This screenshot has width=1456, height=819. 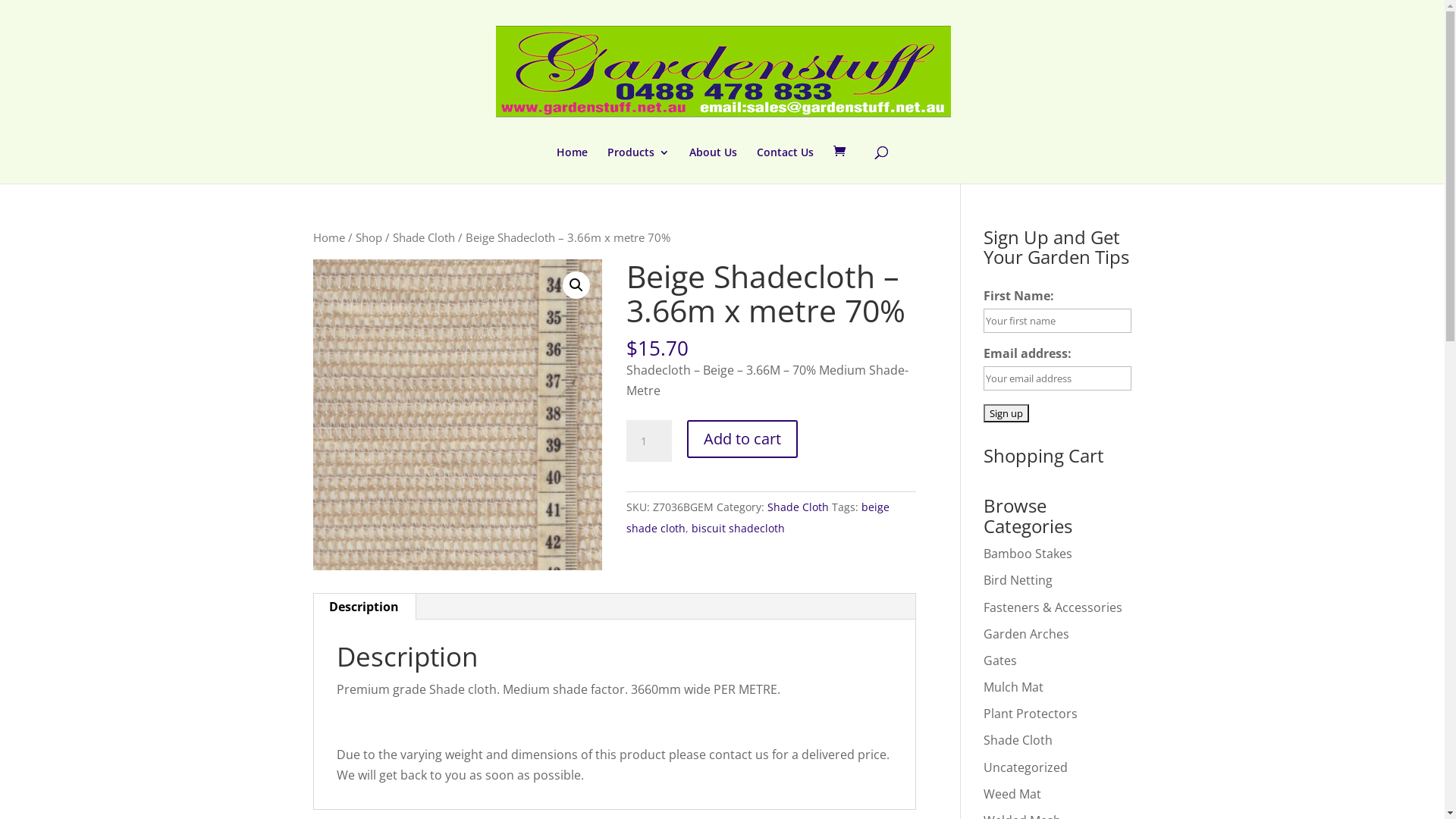 What do you see at coordinates (785, 165) in the screenshot?
I see `'Contact Us'` at bounding box center [785, 165].